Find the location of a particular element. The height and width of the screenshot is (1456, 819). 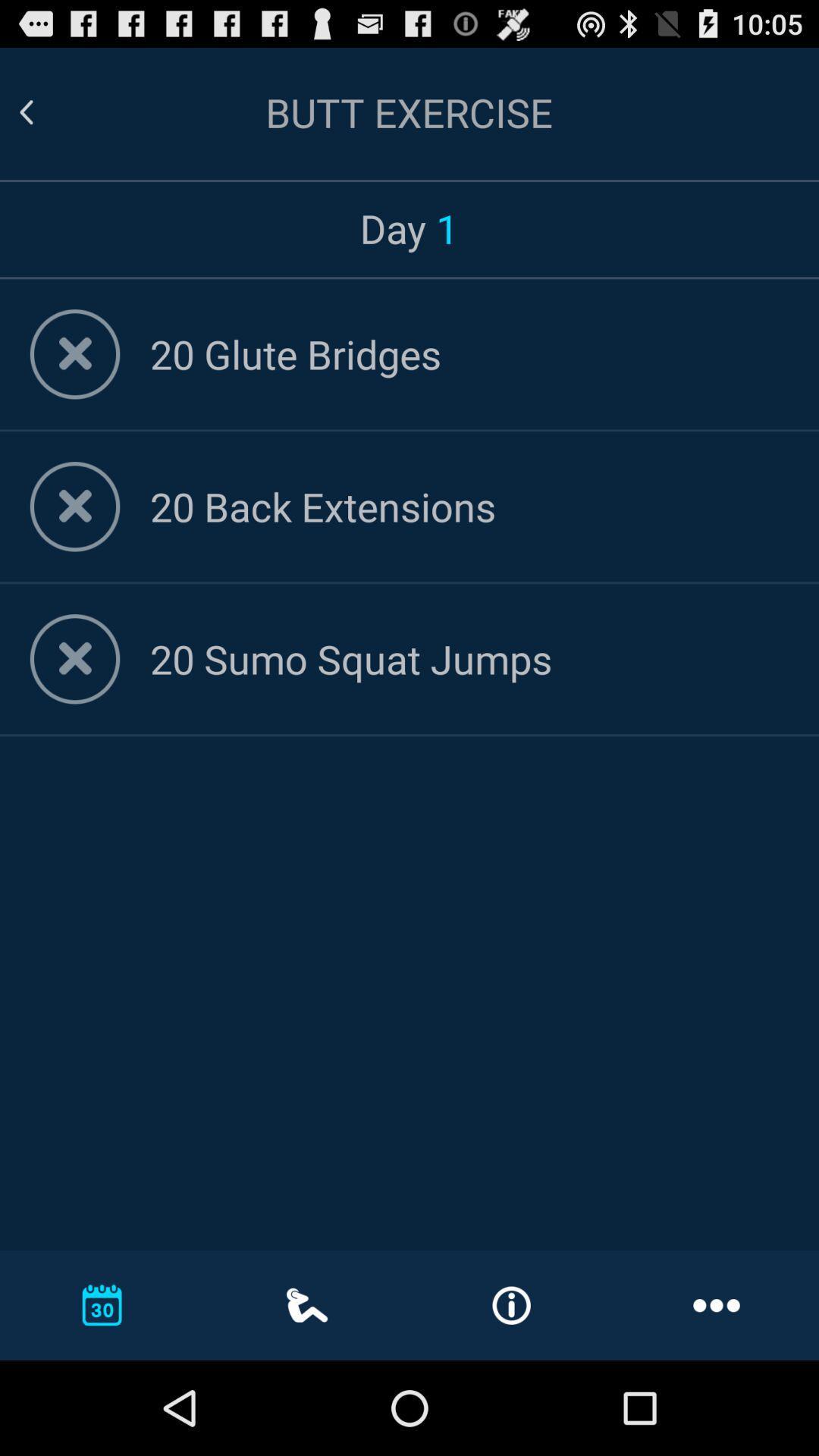

remove from list button is located at coordinates (75, 353).